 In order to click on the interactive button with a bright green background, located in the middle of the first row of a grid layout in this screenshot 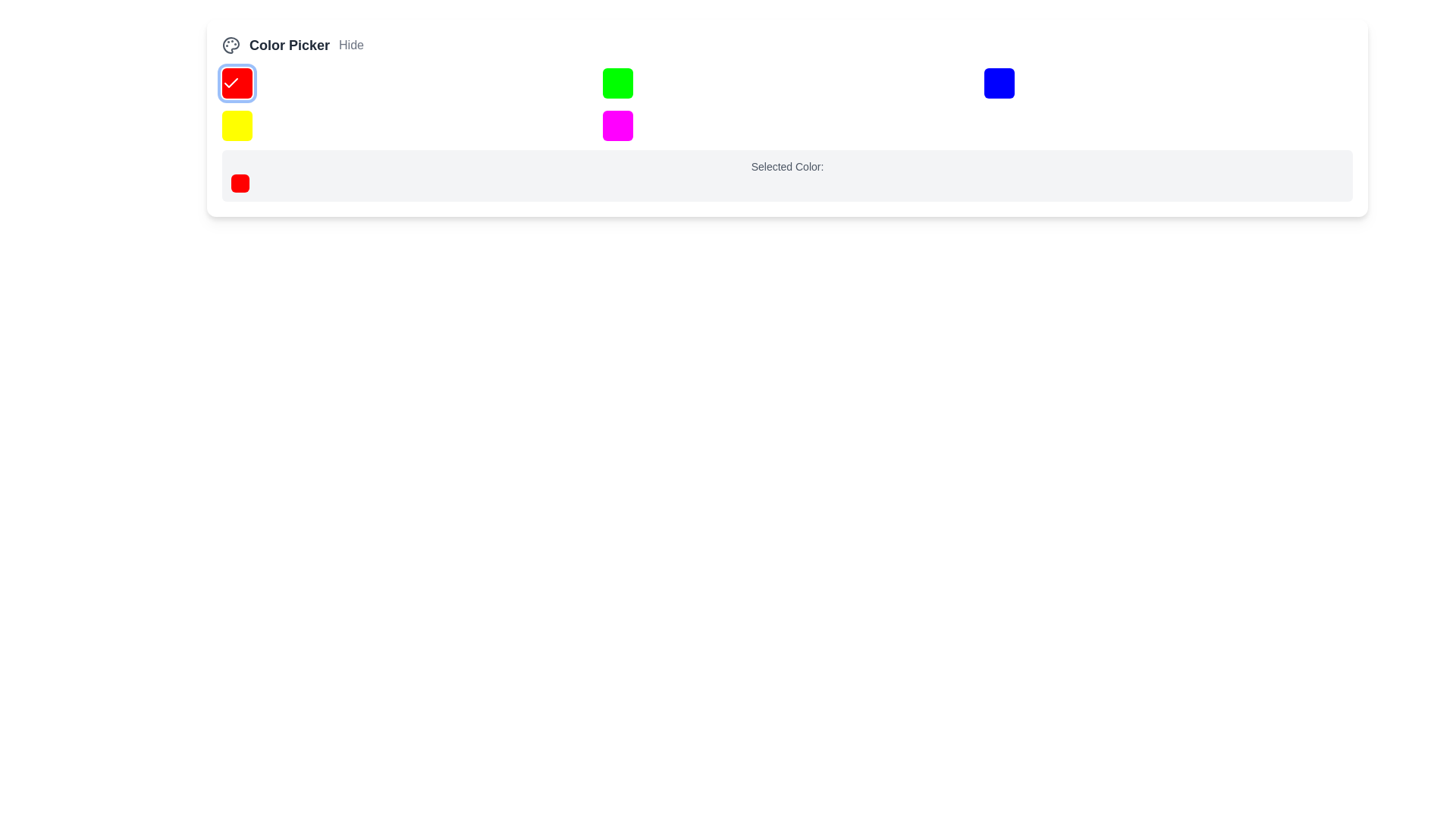, I will do `click(618, 83)`.